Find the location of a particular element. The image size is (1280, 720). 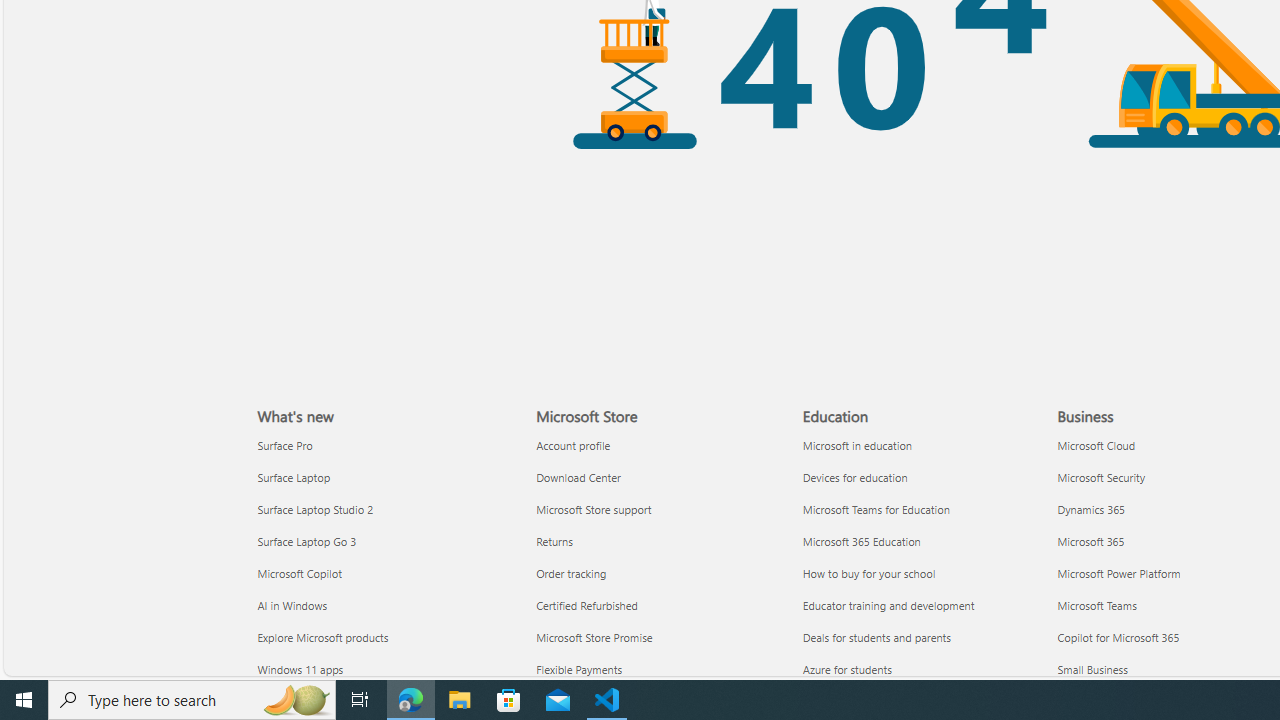

'AI in Windows' is located at coordinates (385, 604).